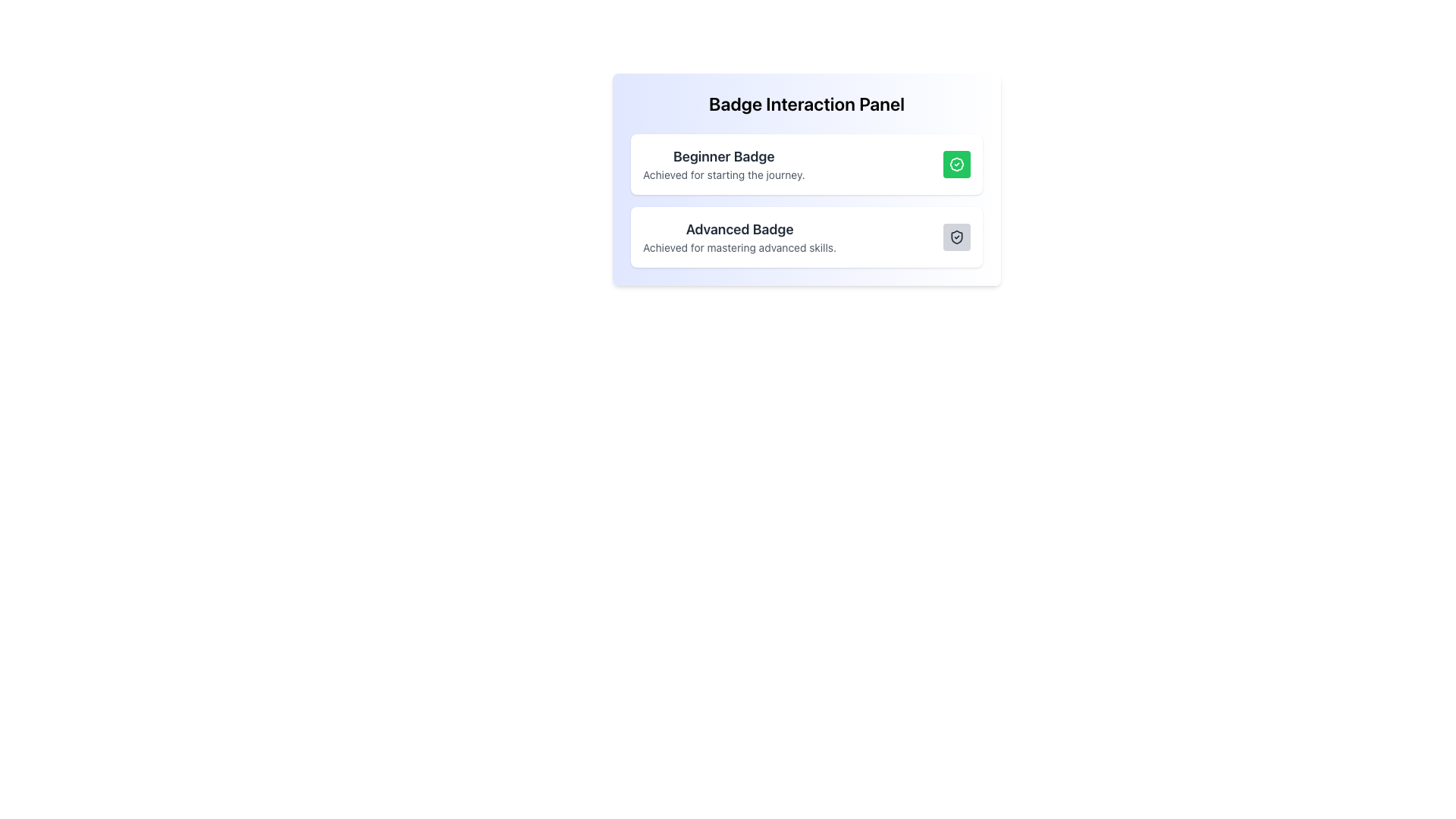  I want to click on 'Beginner Badge' text label, which is a bold and large font element located at the top of the Badge Interaction Panel, to understand the badge category, so click(723, 157).